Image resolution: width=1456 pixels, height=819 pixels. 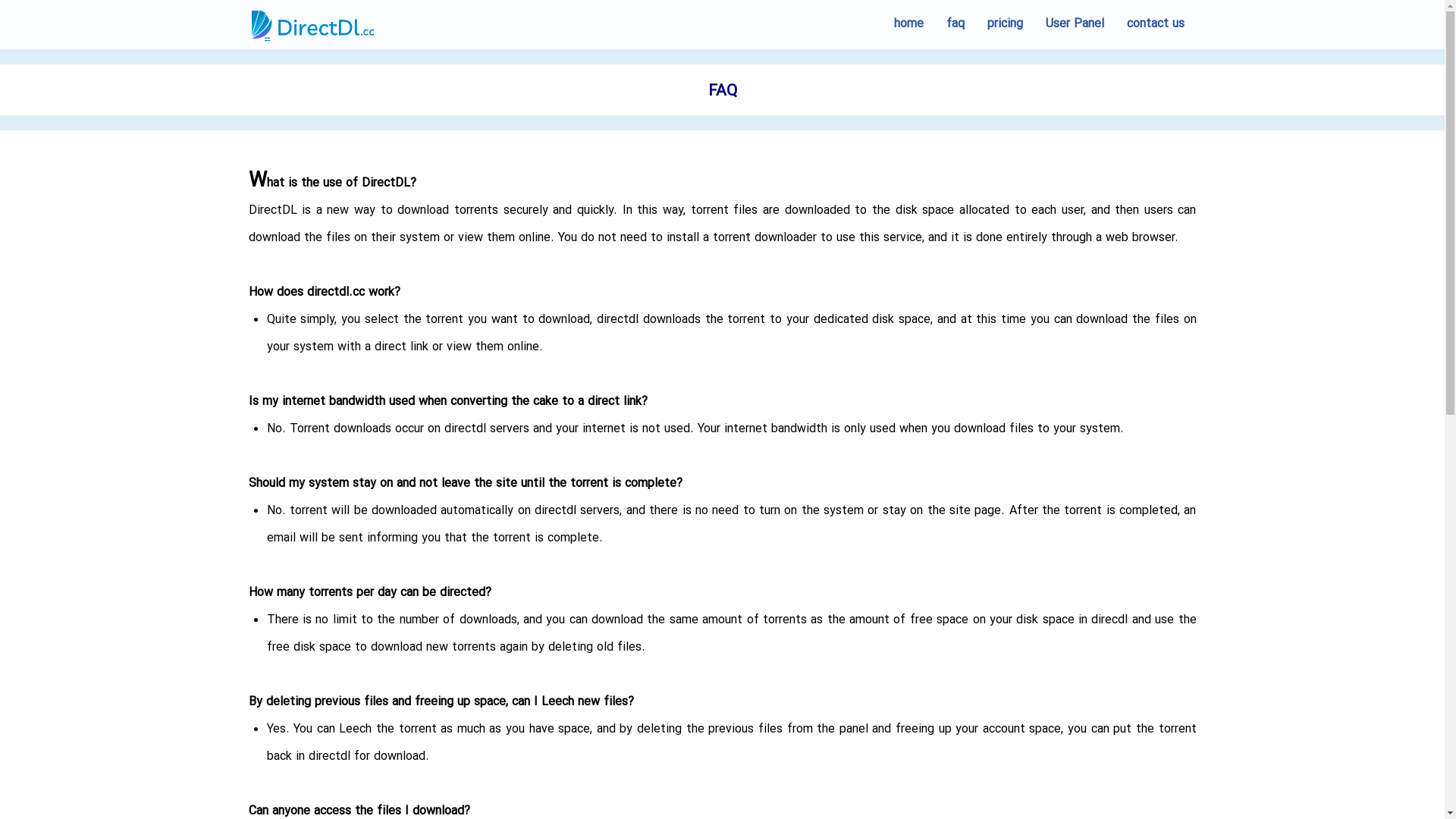 I want to click on 'User Panel', so click(x=1074, y=24).